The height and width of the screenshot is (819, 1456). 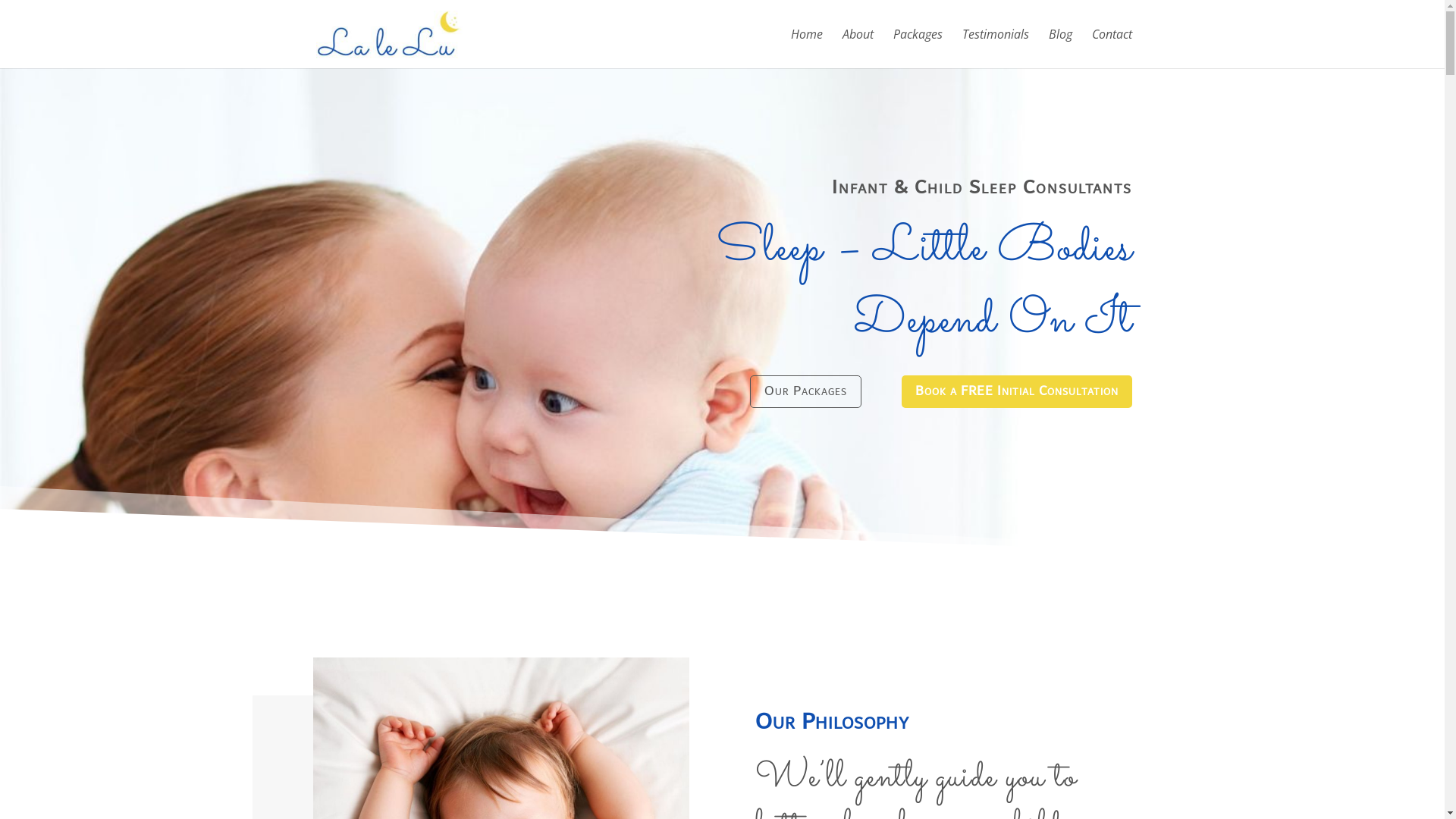 I want to click on 'Book a FREE Initial Consultation', so click(x=1015, y=391).